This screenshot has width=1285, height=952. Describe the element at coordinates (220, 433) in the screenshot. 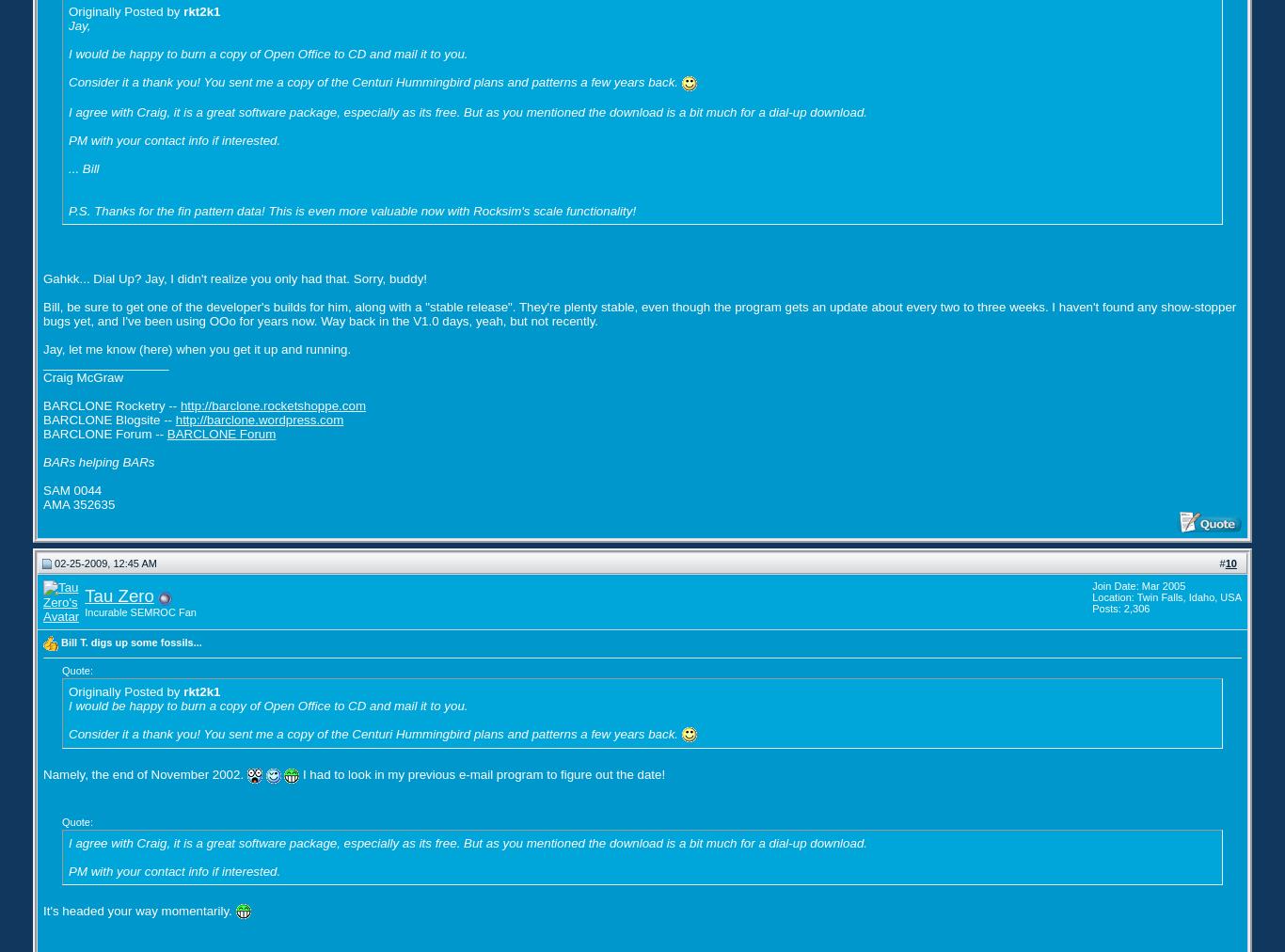

I see `'BARCLONE Forum'` at that location.